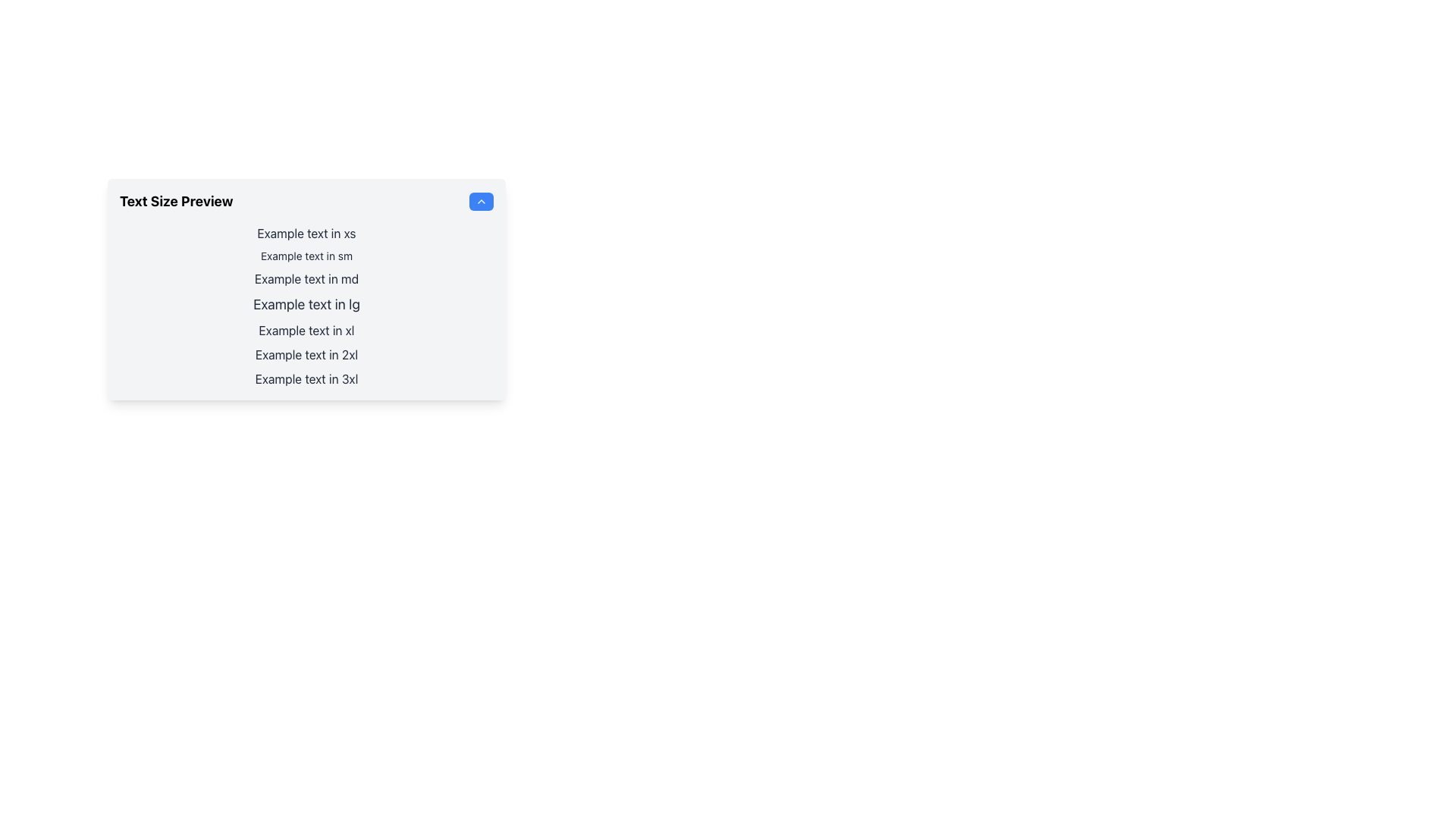 The height and width of the screenshot is (819, 1456). What do you see at coordinates (480, 201) in the screenshot?
I see `the upward-pointing chevron icon, which is a minimalist triangle shape in white against a blue circular background, located in the upper-right corner of the card holding text size previews` at bounding box center [480, 201].